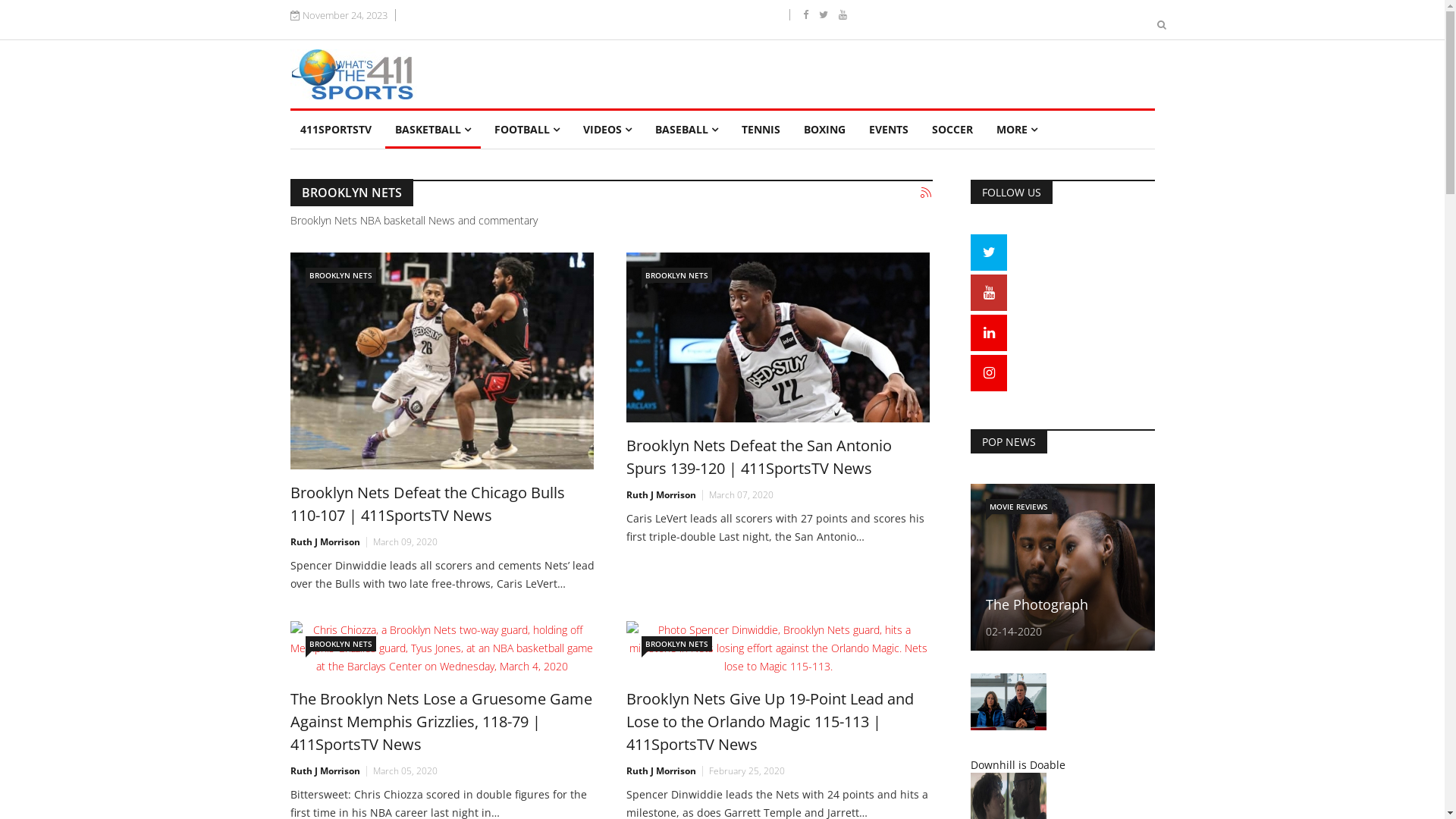 Image resolution: width=1456 pixels, height=819 pixels. What do you see at coordinates (952, 128) in the screenshot?
I see `'SOCCER'` at bounding box center [952, 128].